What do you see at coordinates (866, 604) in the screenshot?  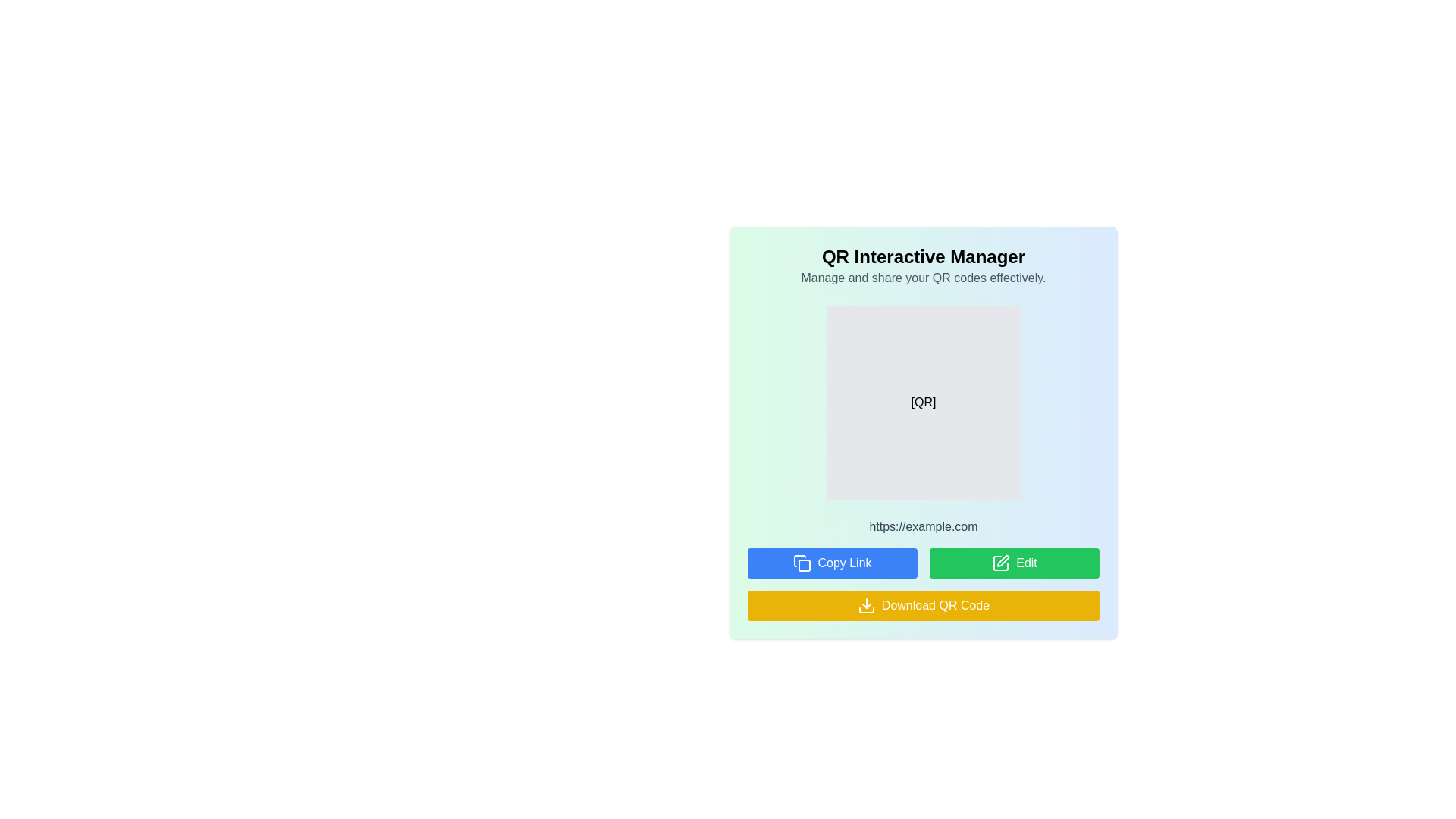 I see `the small yellow download icon located on the left side of the 'Download QR Code' button, which features a downward arrow and a horizontal line below it` at bounding box center [866, 604].